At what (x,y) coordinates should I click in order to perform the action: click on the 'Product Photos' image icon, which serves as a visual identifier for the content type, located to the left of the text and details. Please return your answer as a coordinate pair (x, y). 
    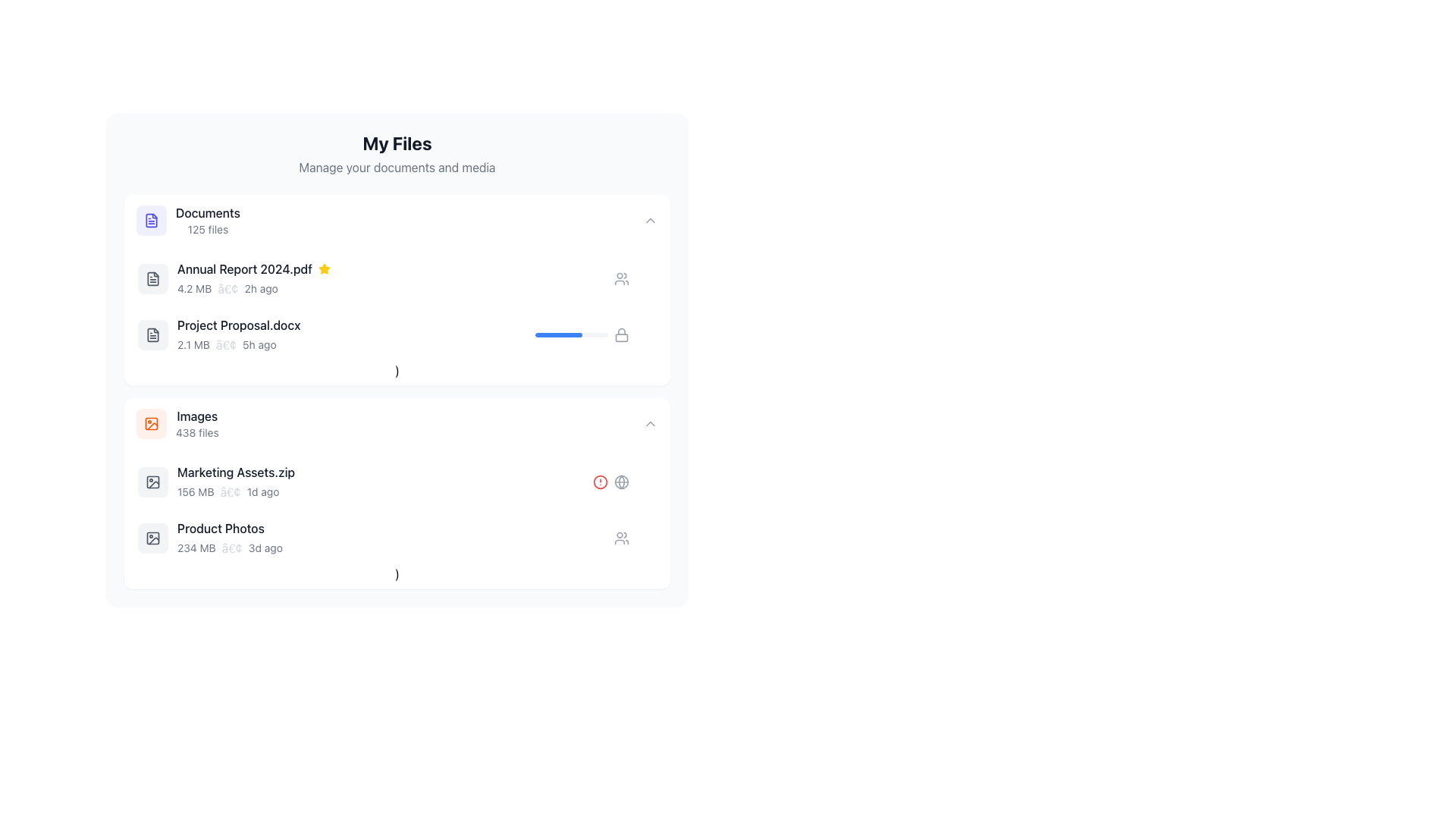
    Looking at the image, I should click on (152, 537).